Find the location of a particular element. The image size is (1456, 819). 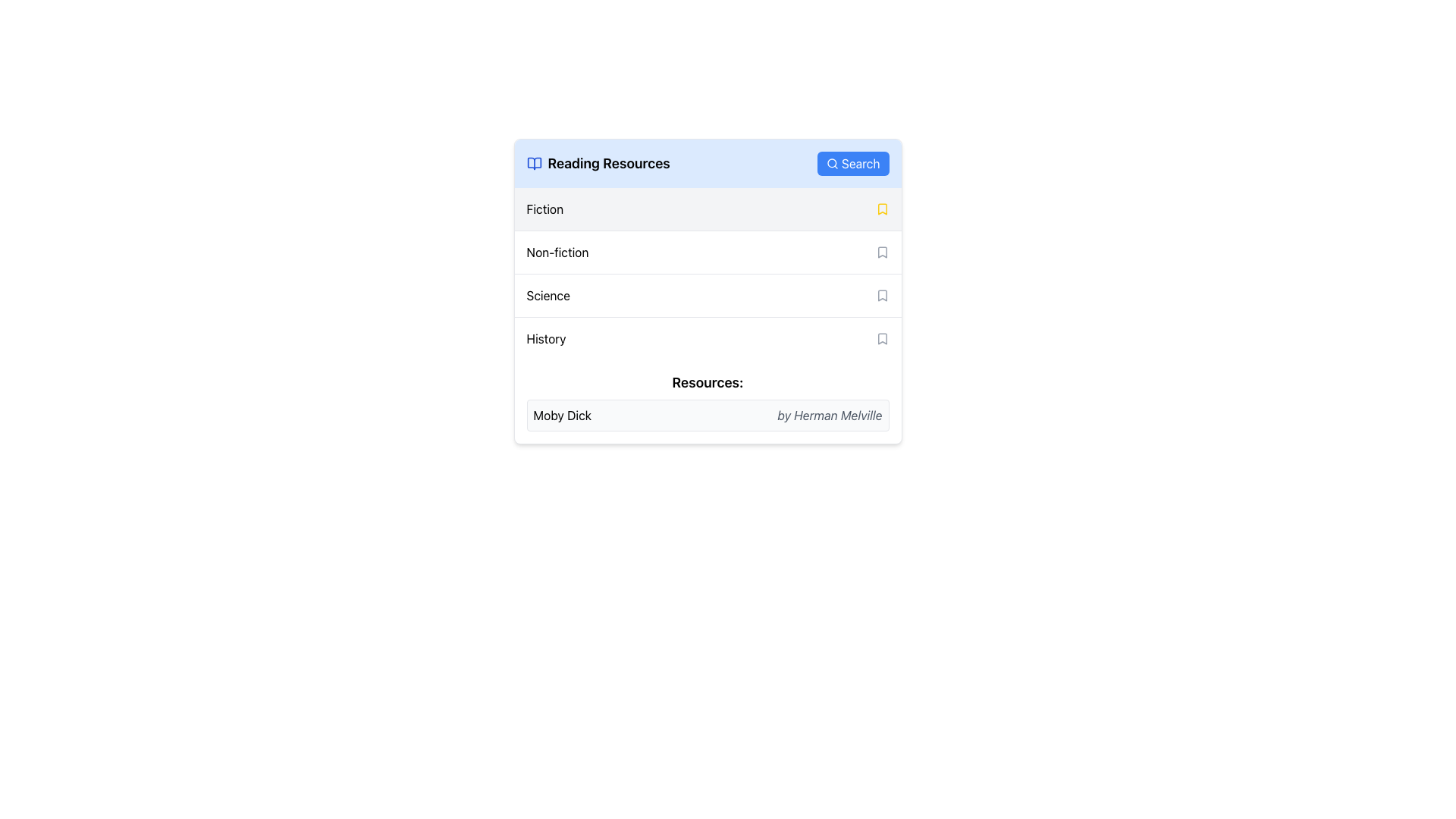

the hollow bookmark icon button on the right side of the 'Non-fiction' row in the 'Reading Resources' panel, which is the second bookmark icon from the top is located at coordinates (882, 251).